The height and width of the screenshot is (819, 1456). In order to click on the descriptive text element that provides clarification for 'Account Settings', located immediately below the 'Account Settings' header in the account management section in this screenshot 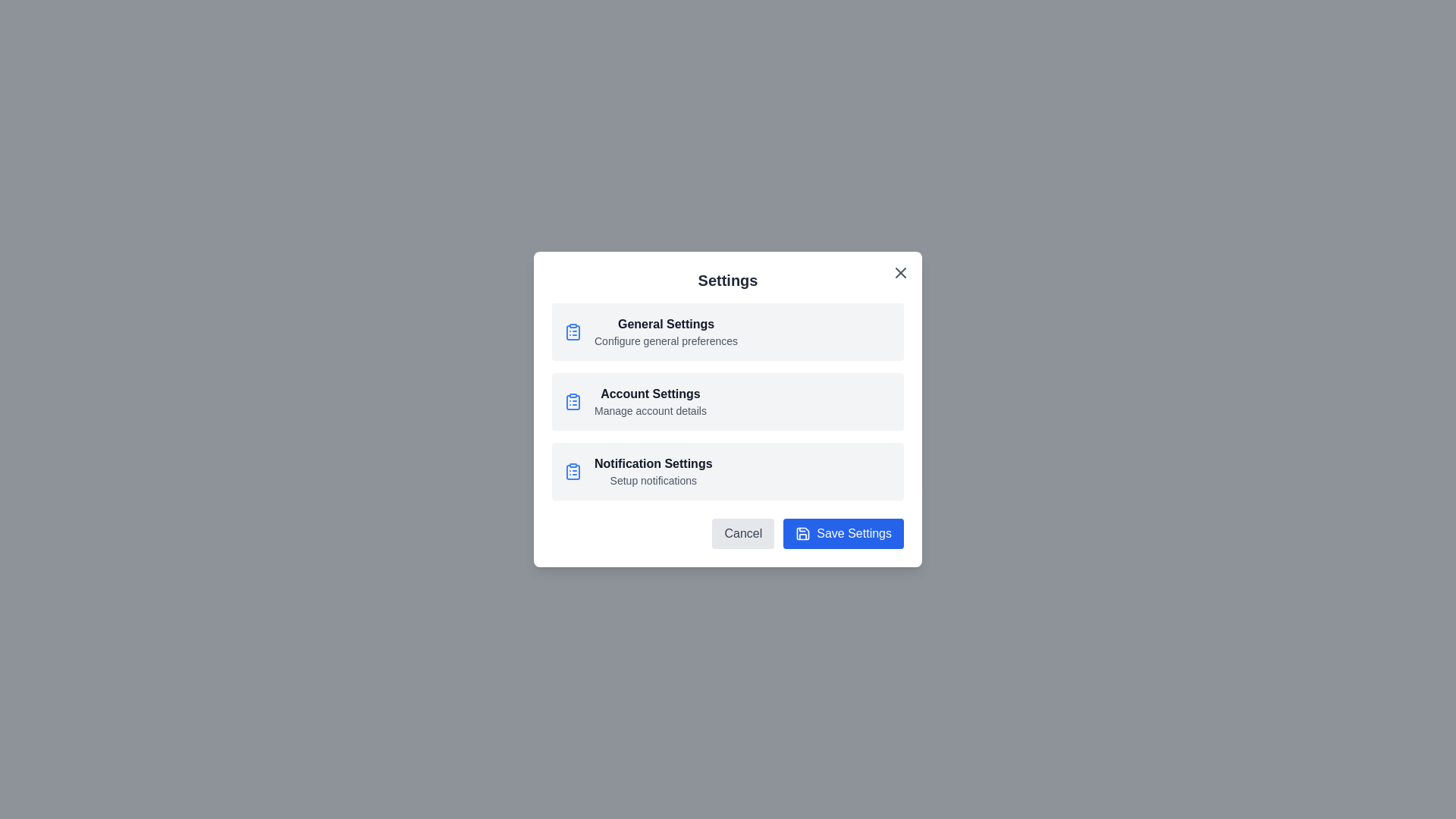, I will do `click(650, 411)`.